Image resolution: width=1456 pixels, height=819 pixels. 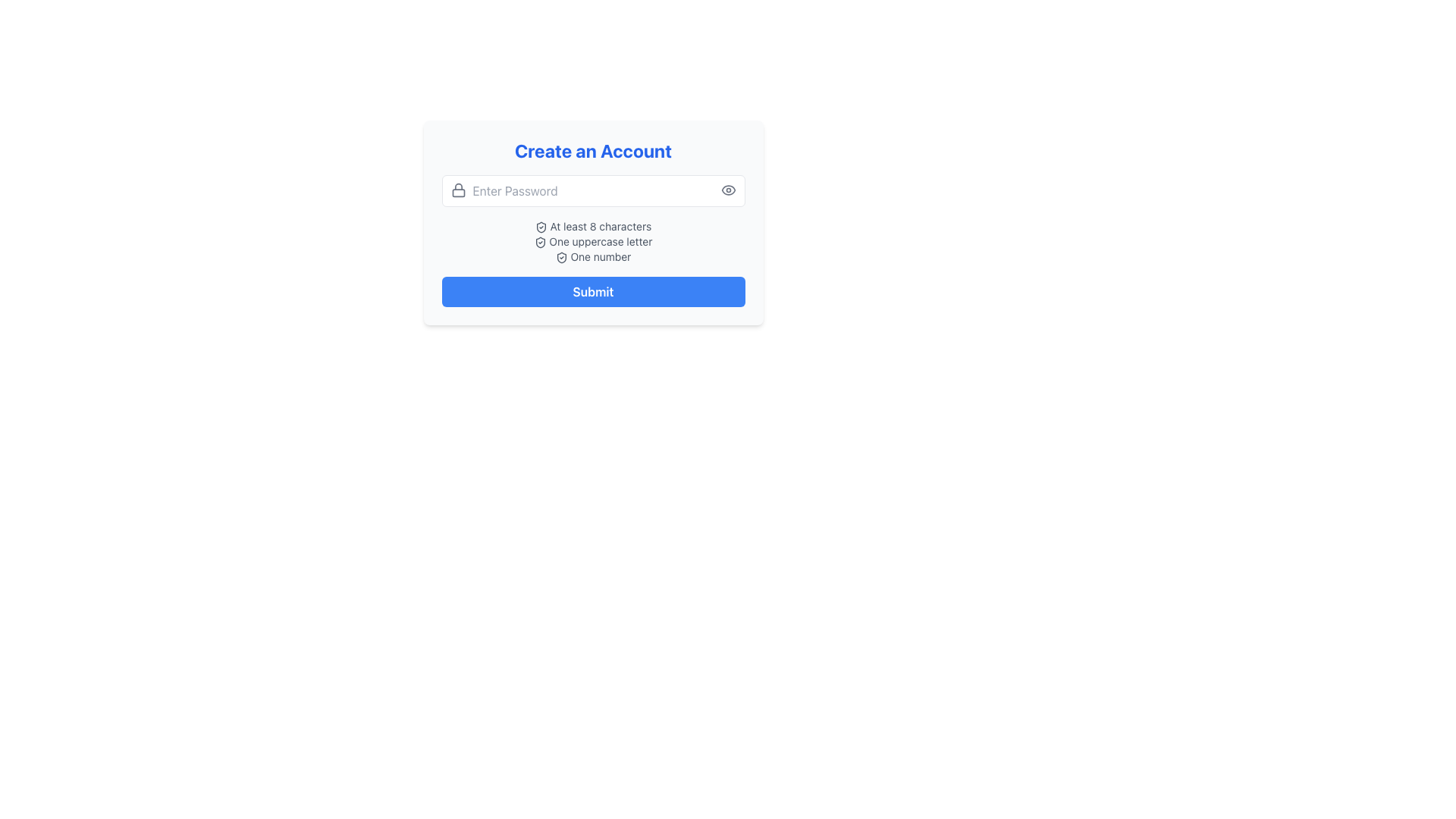 I want to click on the text element reading 'At least 8 characters' with an icon resembling a shield and checkmark, which is the first item in the password requirements list in the 'Create an Account' form, so click(x=592, y=227).